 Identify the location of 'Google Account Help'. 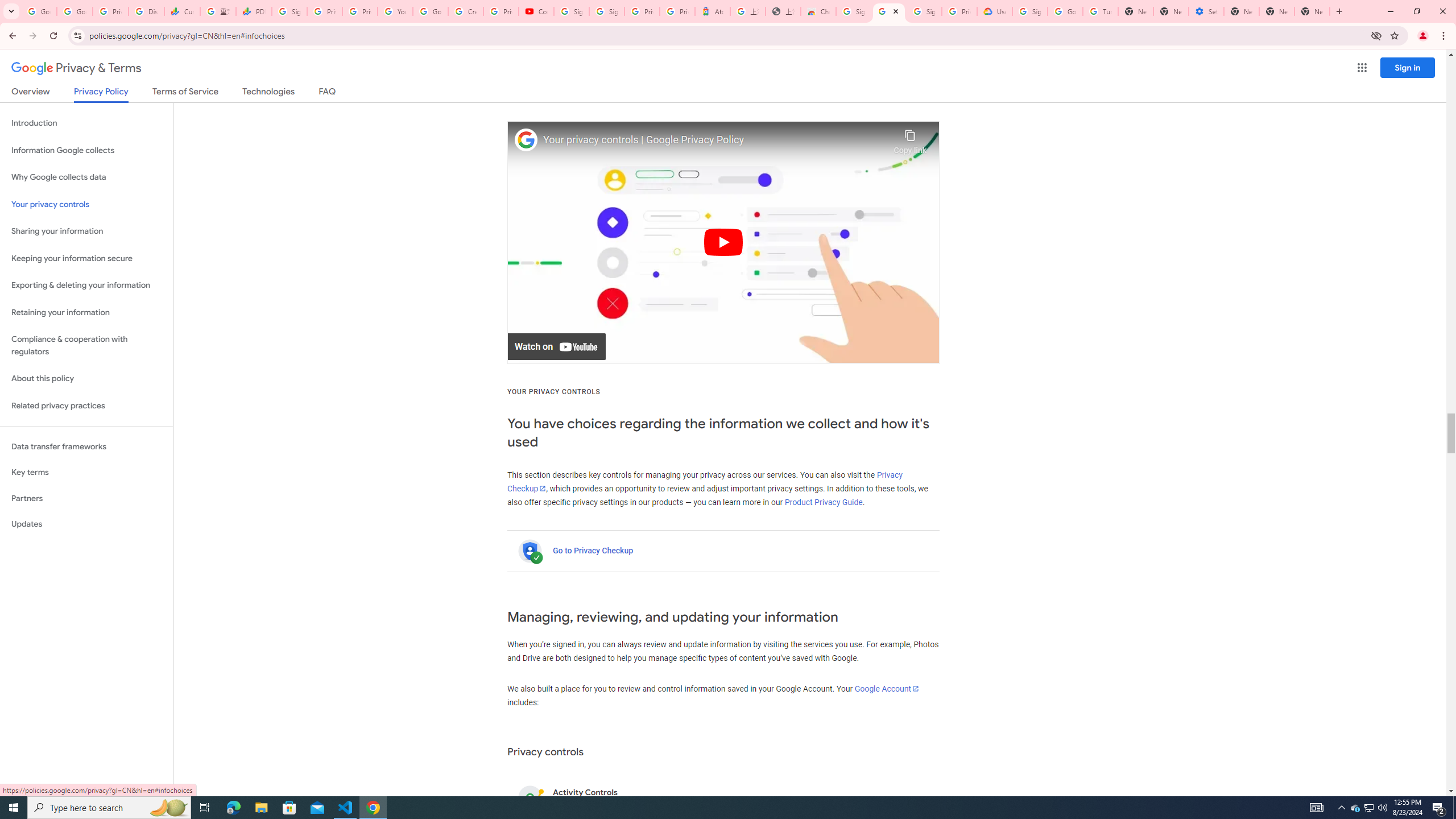
(1064, 11).